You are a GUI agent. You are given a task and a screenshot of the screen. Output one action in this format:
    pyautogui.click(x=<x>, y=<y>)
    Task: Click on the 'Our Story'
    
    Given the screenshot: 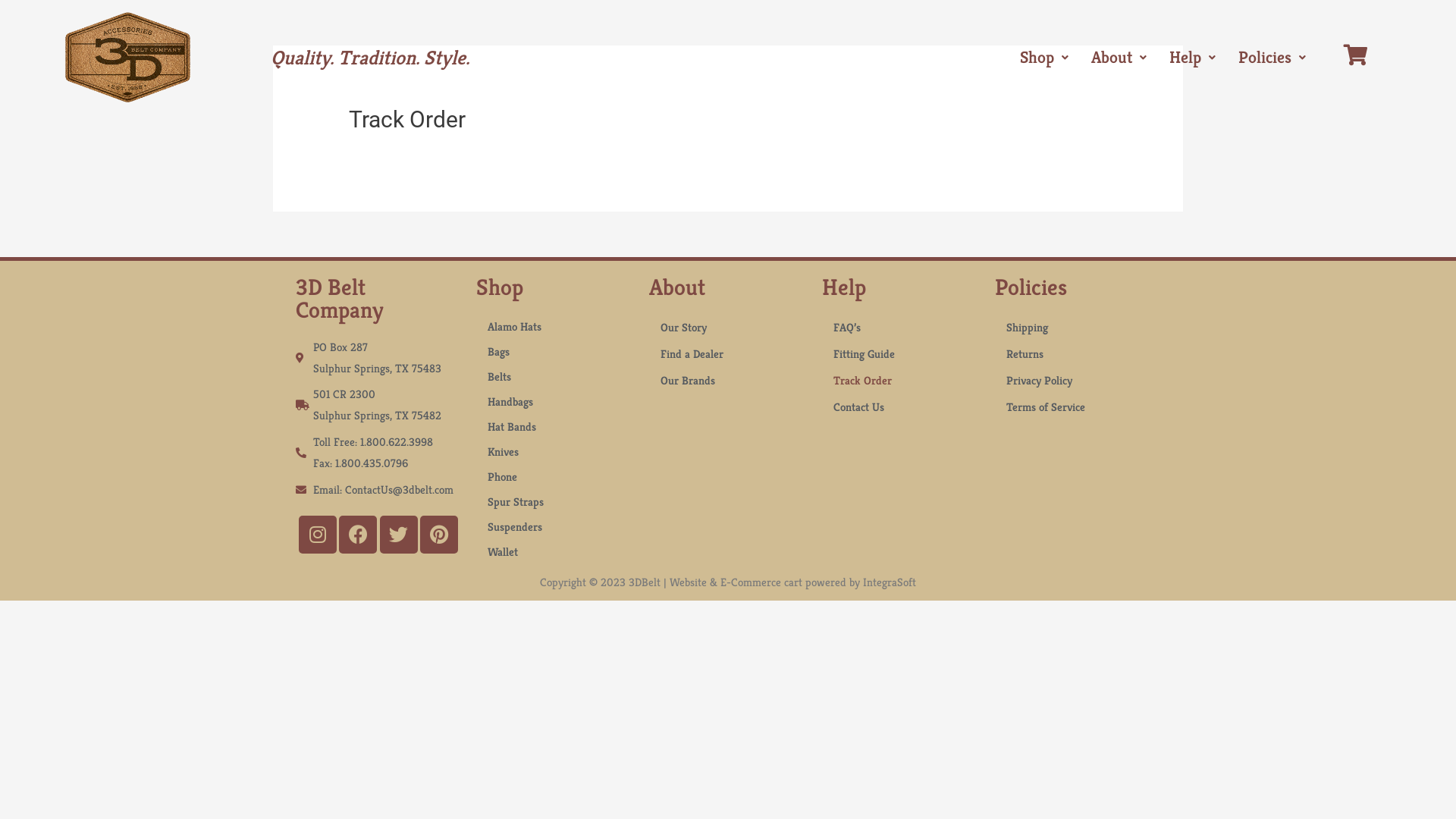 What is the action you would take?
    pyautogui.click(x=728, y=326)
    